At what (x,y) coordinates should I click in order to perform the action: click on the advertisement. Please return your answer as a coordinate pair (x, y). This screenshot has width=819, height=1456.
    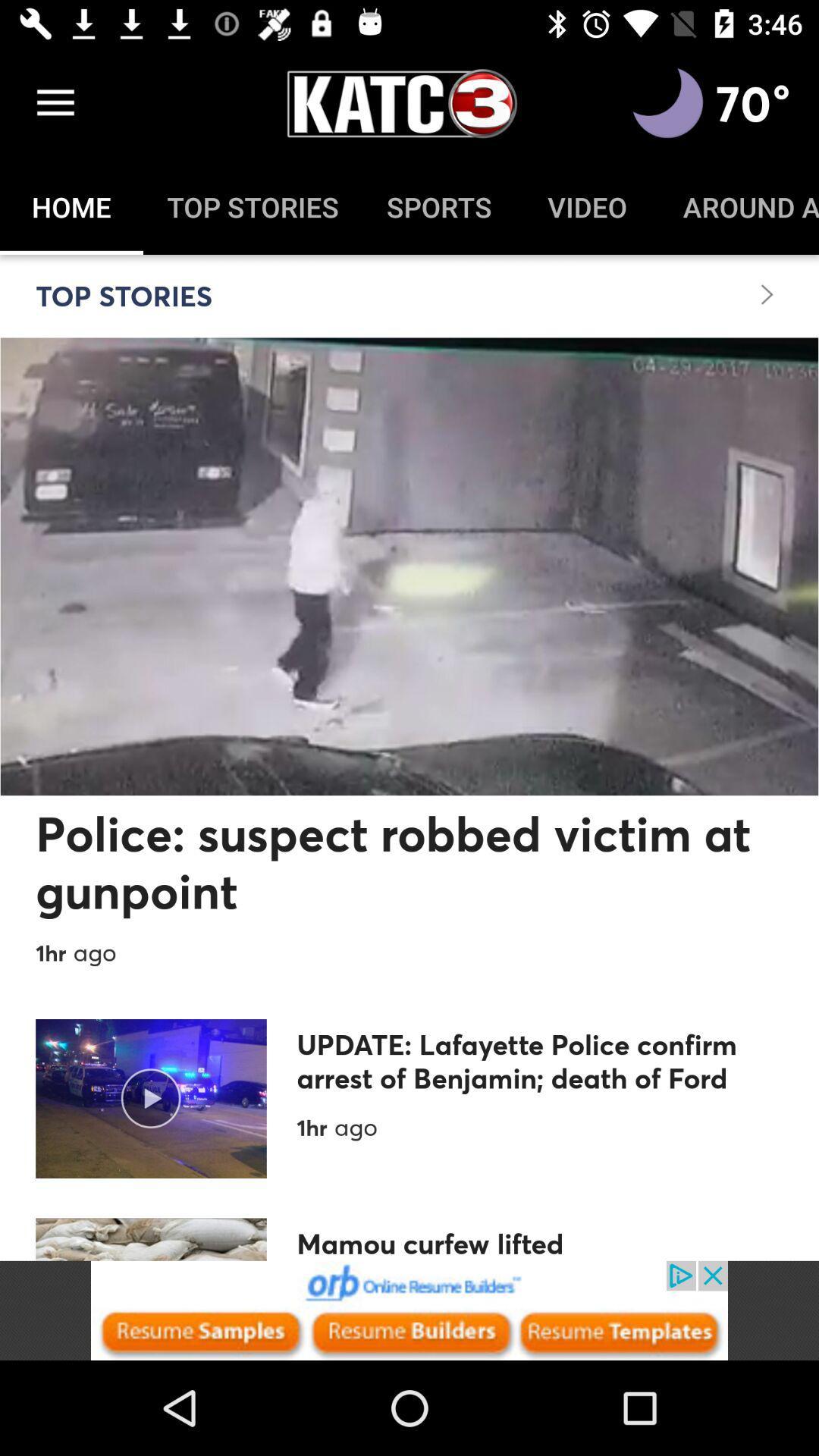
    Looking at the image, I should click on (409, 1310).